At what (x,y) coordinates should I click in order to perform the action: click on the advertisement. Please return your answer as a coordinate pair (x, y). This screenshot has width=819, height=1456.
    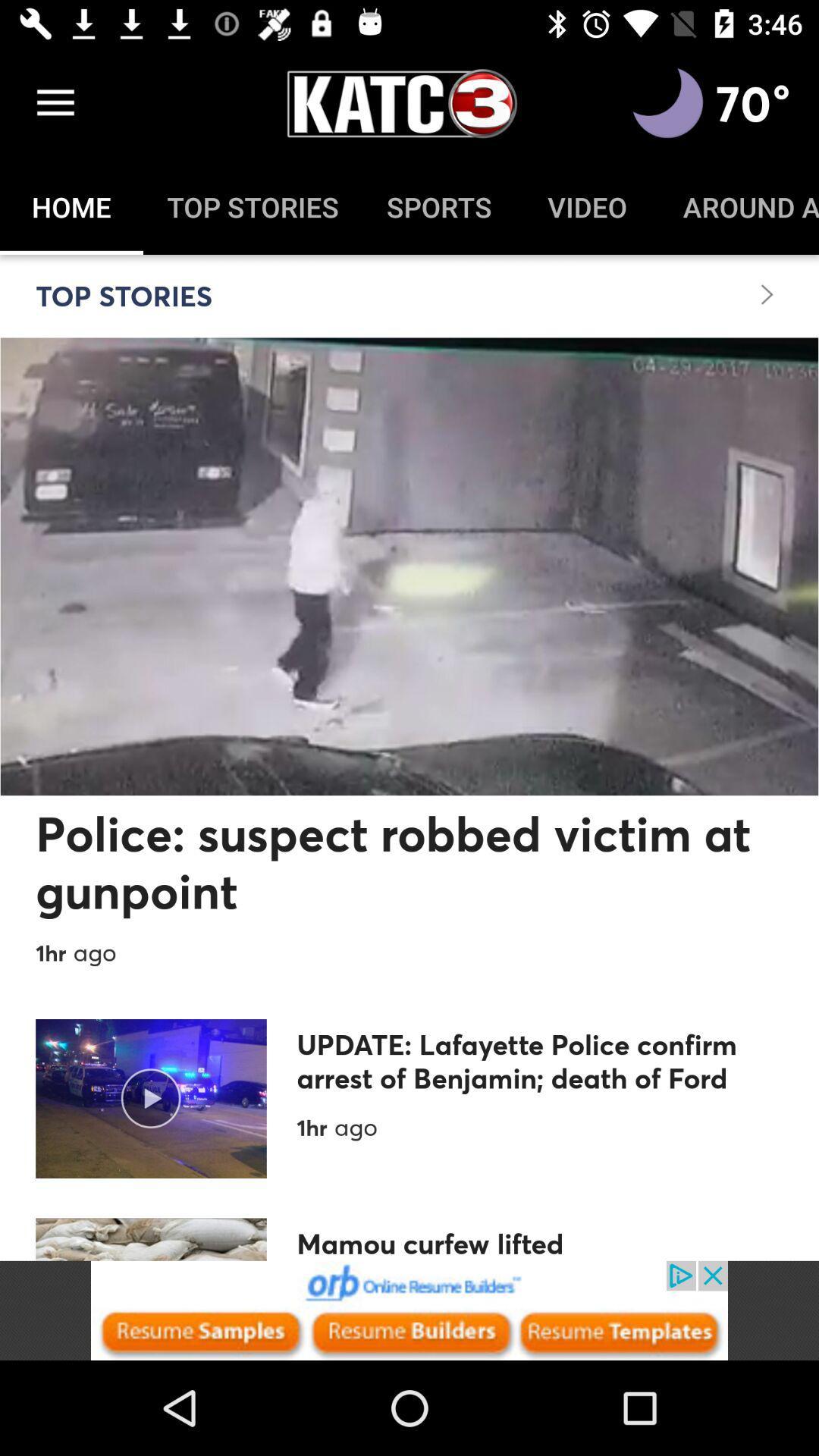
    Looking at the image, I should click on (409, 1310).